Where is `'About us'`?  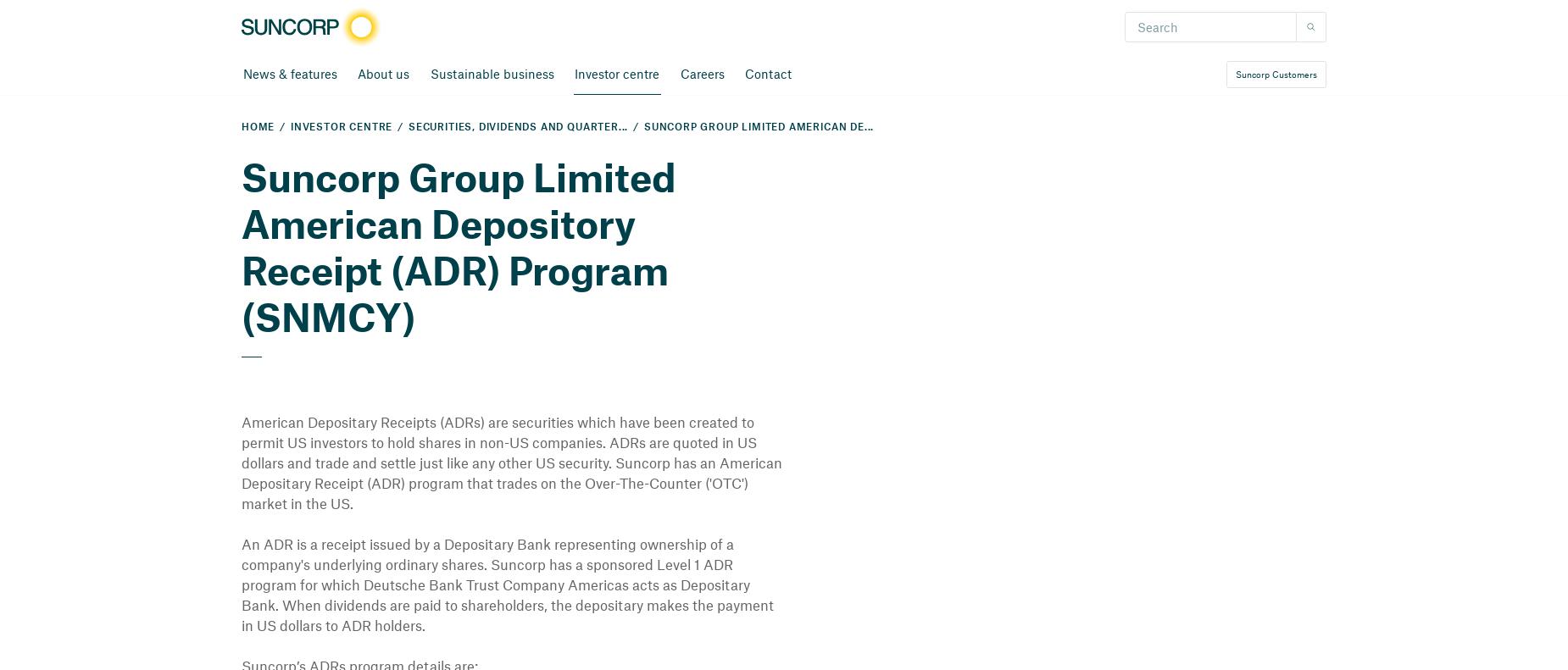
'About us' is located at coordinates (356, 74).